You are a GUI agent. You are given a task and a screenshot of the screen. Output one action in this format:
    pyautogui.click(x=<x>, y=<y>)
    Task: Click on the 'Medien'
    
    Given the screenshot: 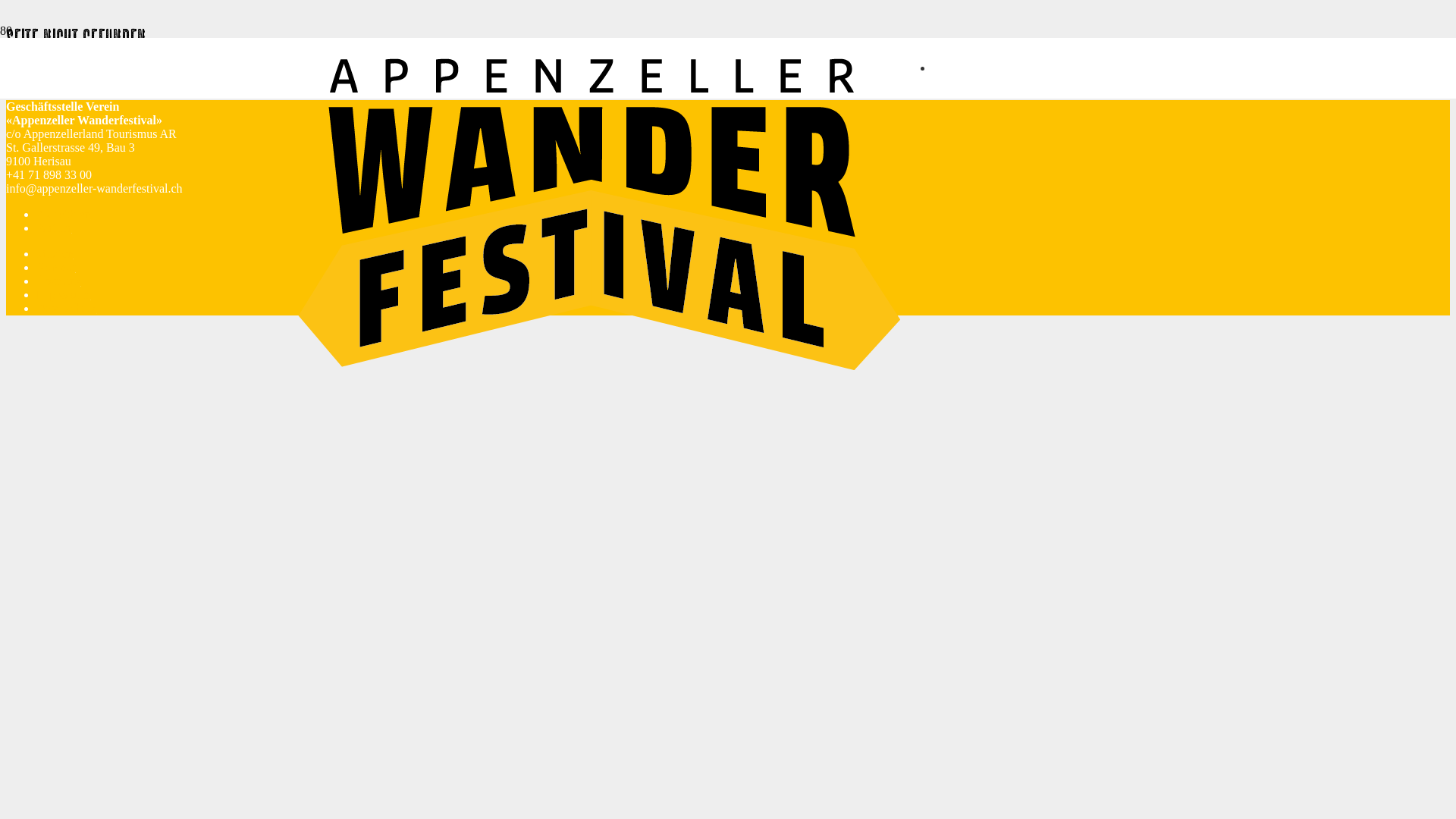 What is the action you would take?
    pyautogui.click(x=55, y=253)
    